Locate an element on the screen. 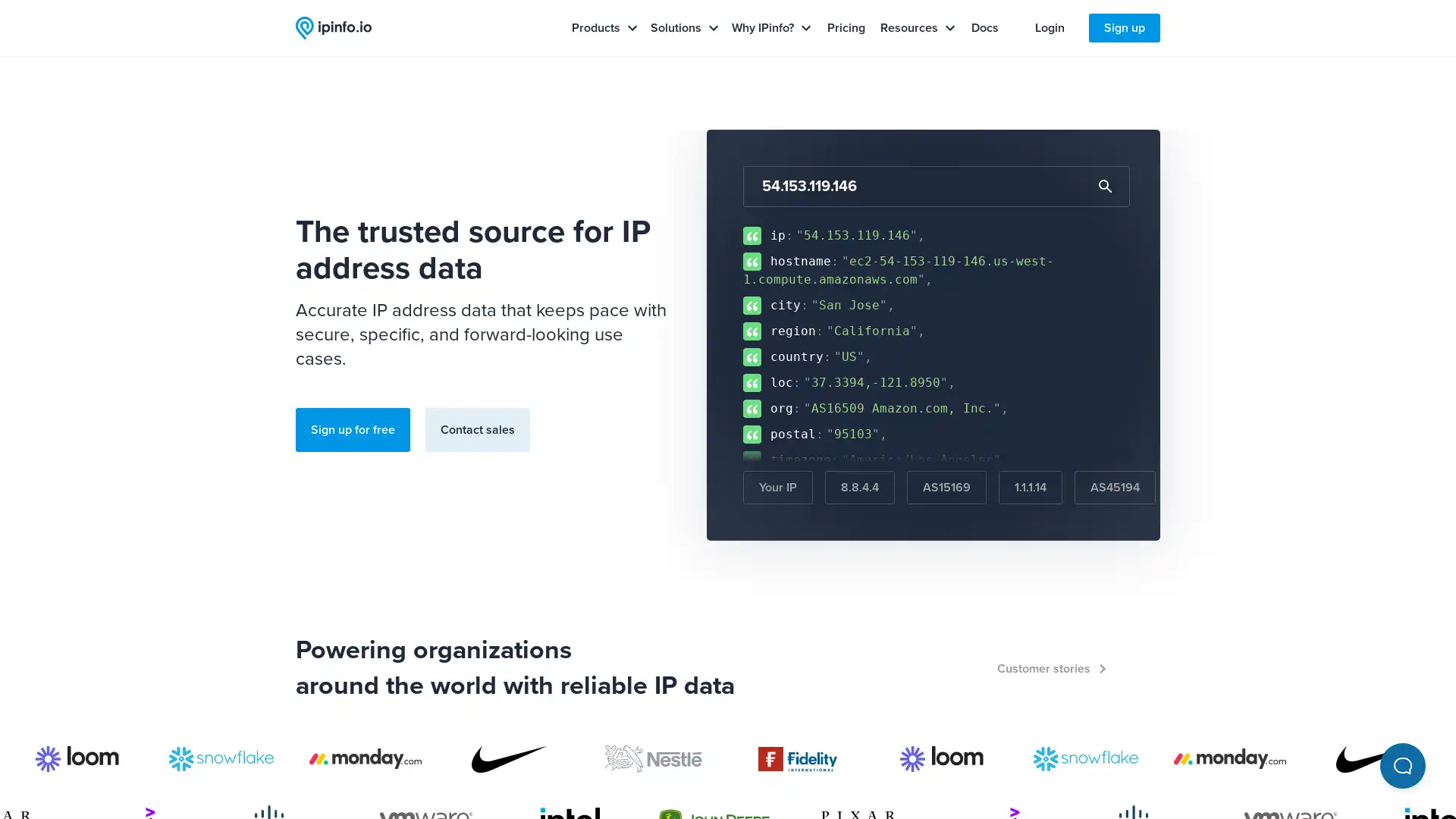 Image resolution: width=1456 pixels, height=819 pixels. Resources is located at coordinates (917, 28).